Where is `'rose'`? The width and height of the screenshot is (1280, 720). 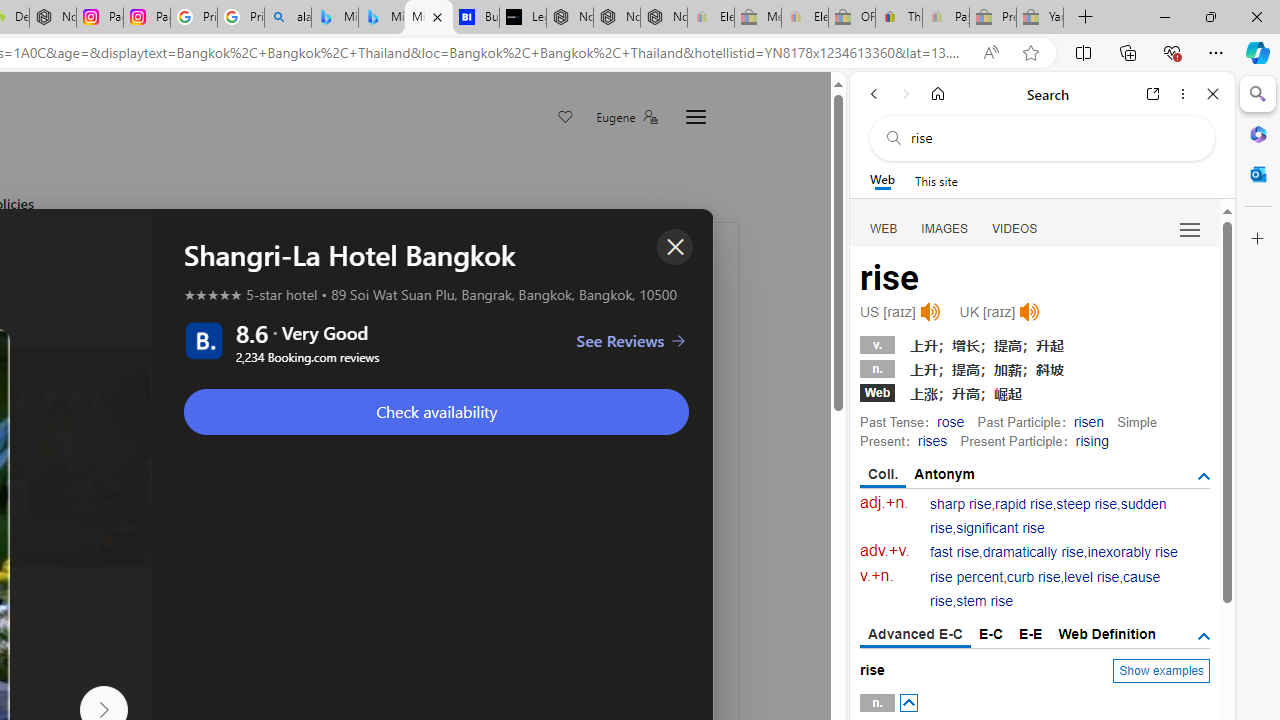 'rose' is located at coordinates (950, 420).